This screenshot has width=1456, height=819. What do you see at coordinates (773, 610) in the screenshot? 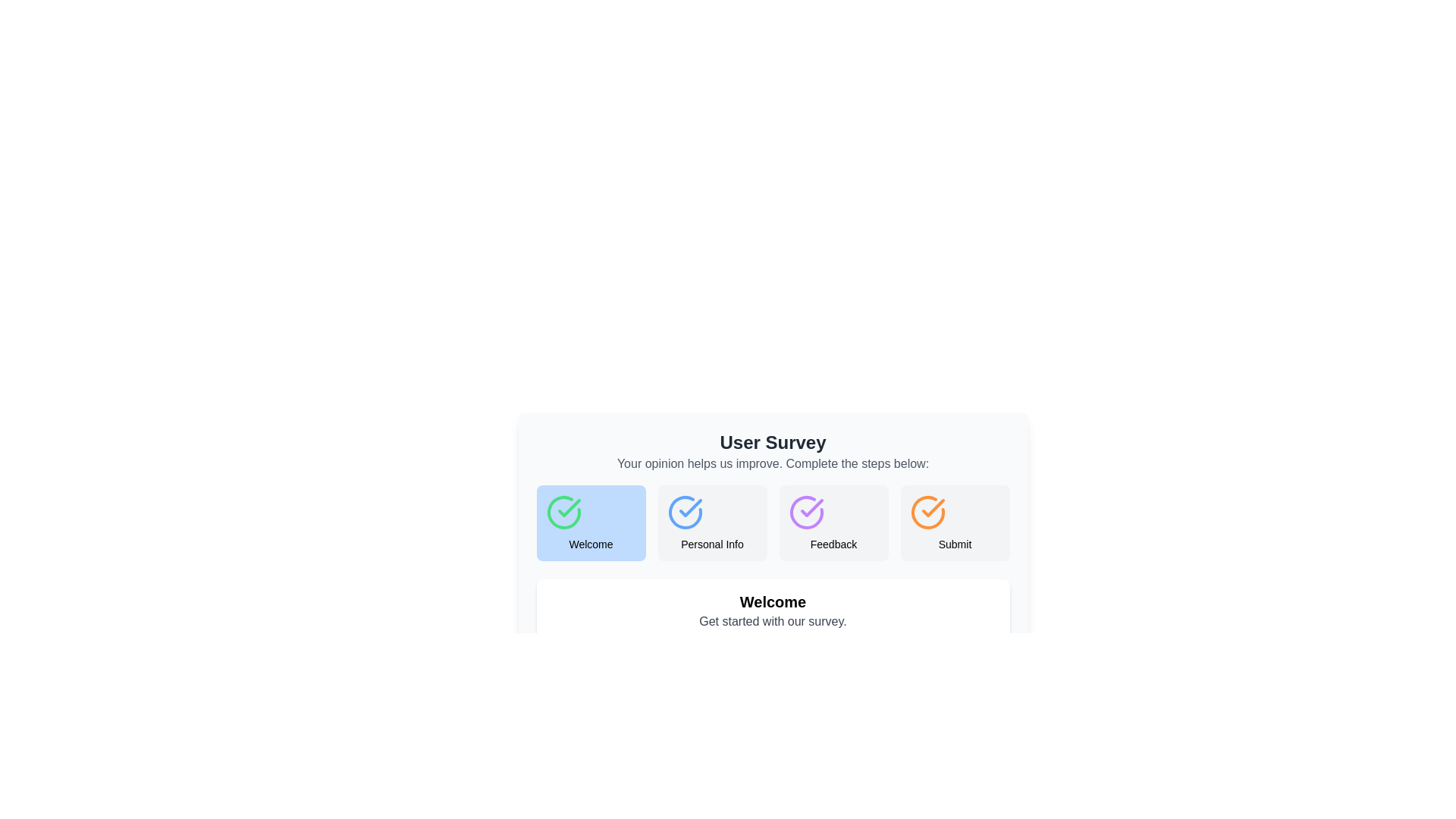
I see `static text block that displays 'Welcome' and 'Get started with our survey.' It has a white background with rounded corners and is centrally aligned below a group of sections` at bounding box center [773, 610].